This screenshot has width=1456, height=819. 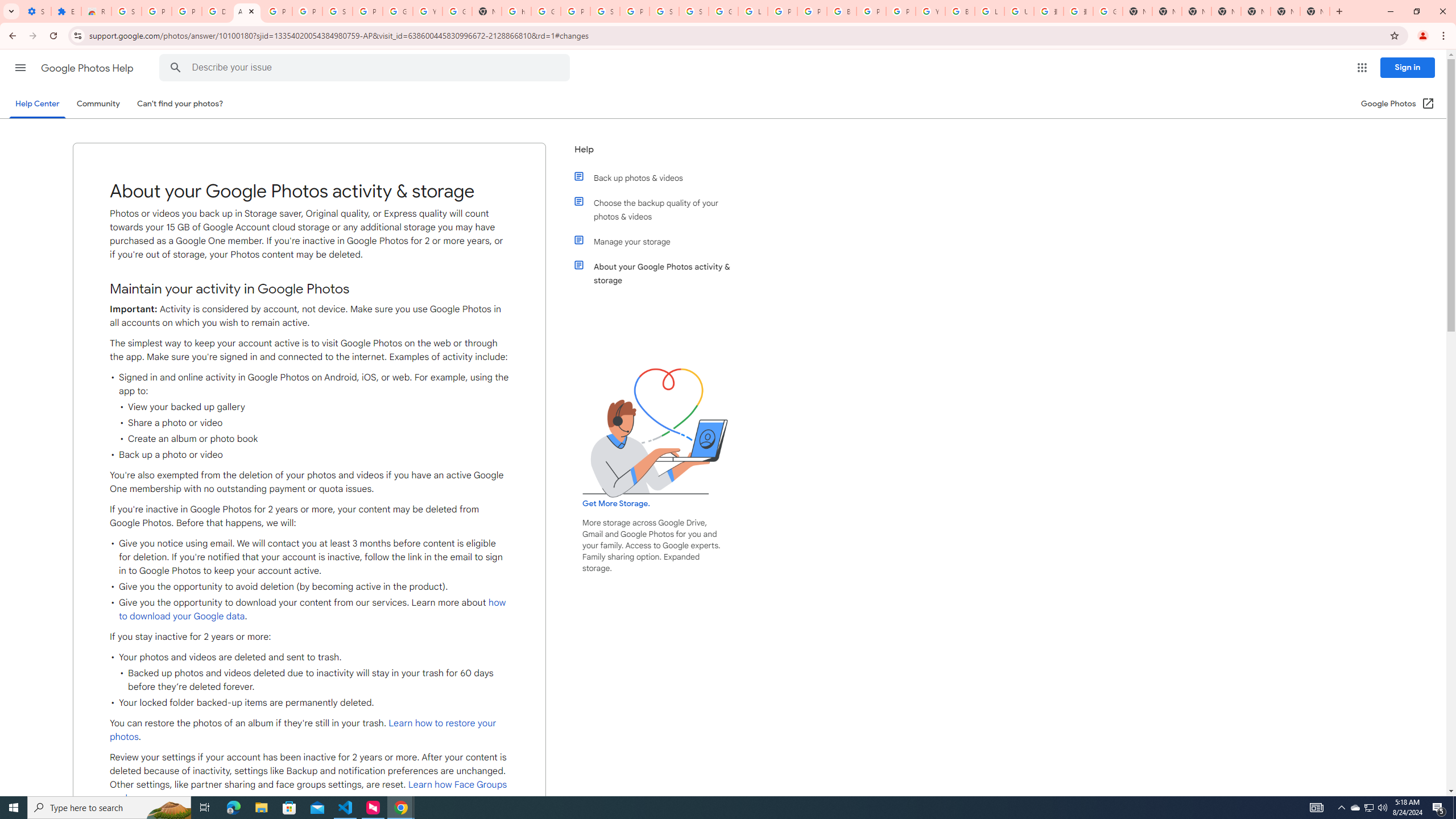 What do you see at coordinates (302, 729) in the screenshot?
I see `'Learn how to restore your photos'` at bounding box center [302, 729].